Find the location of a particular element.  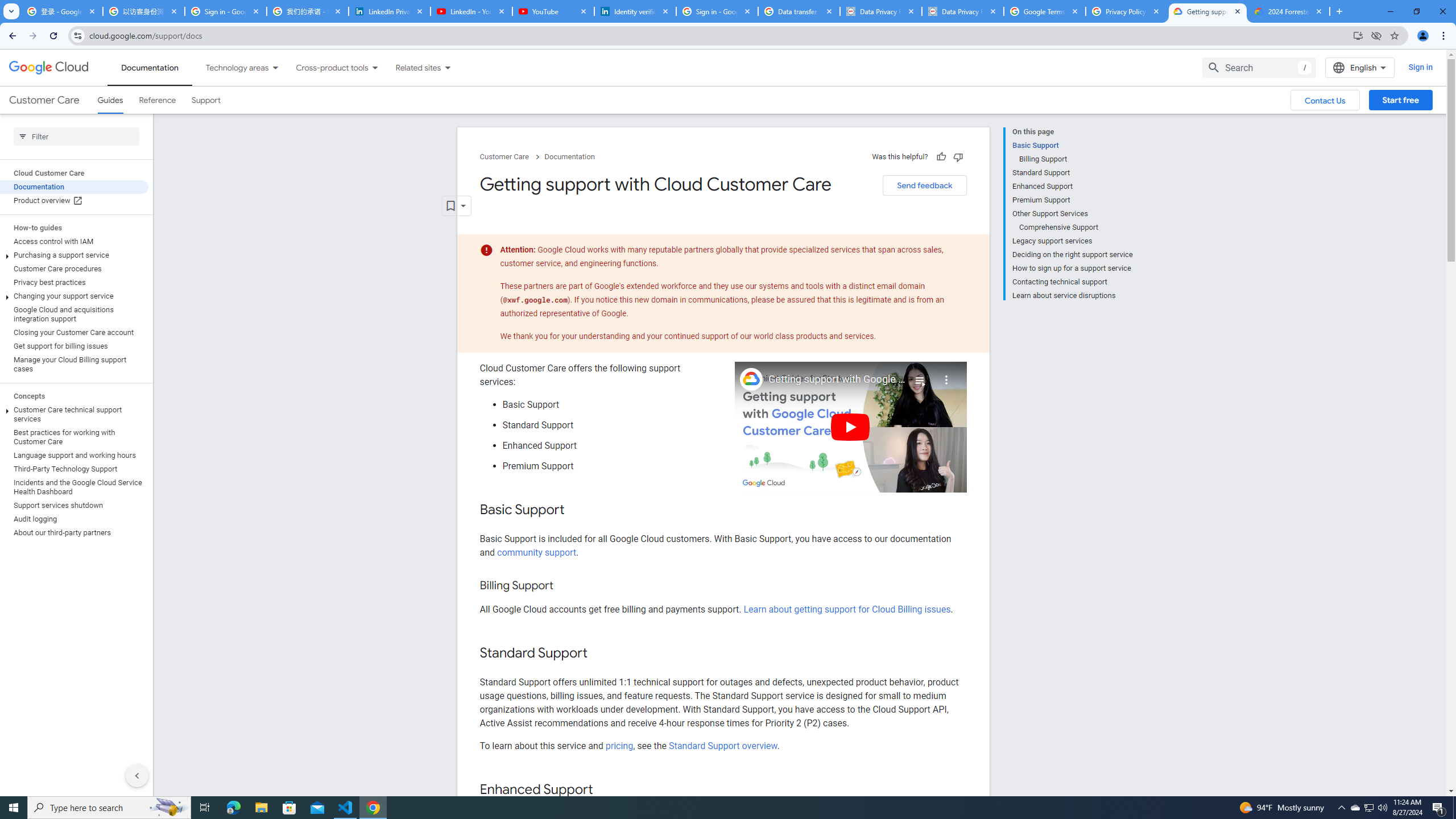

'Sign in' is located at coordinates (1420, 67).